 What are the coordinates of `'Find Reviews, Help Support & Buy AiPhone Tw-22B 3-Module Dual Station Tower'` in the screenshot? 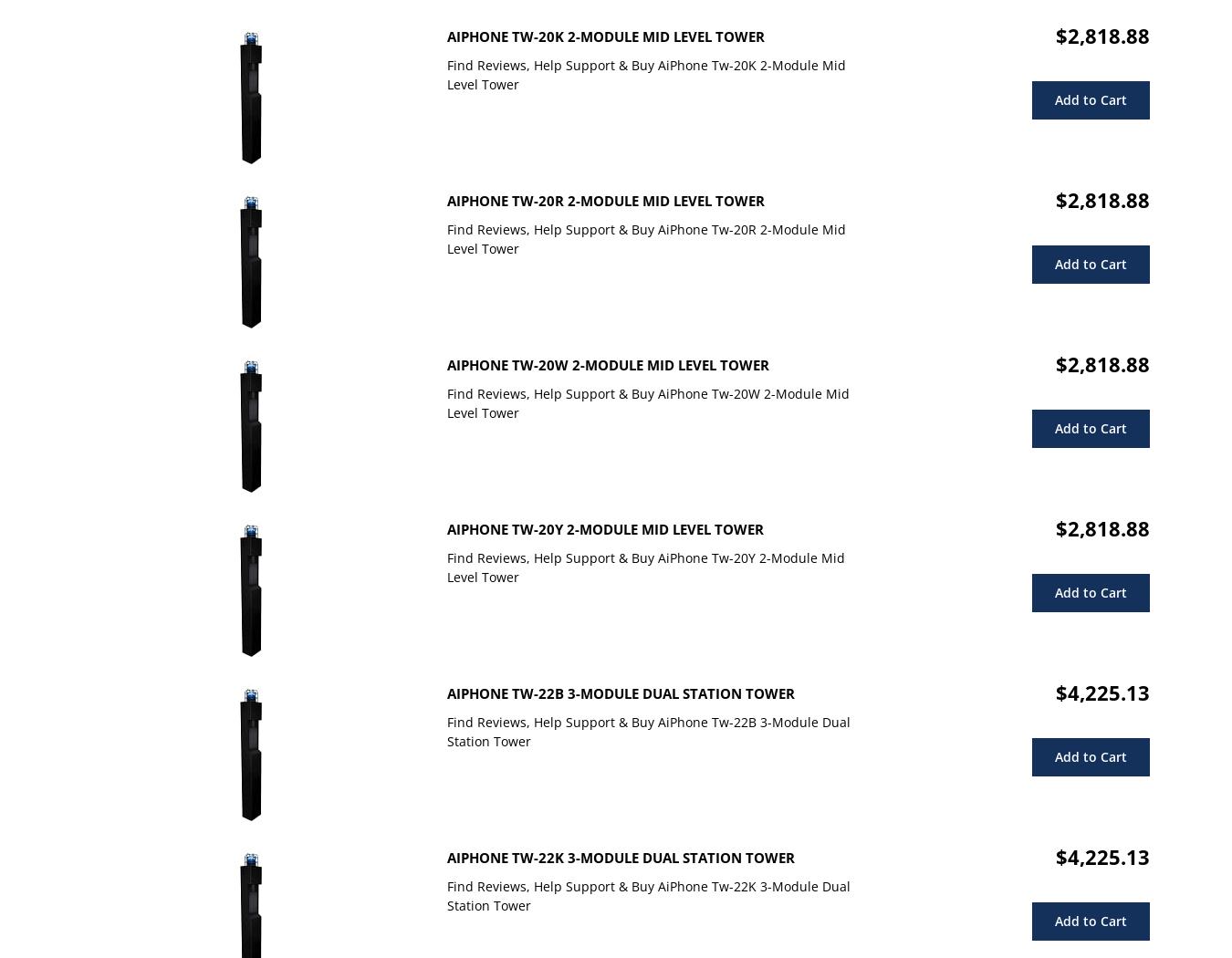 It's located at (648, 730).